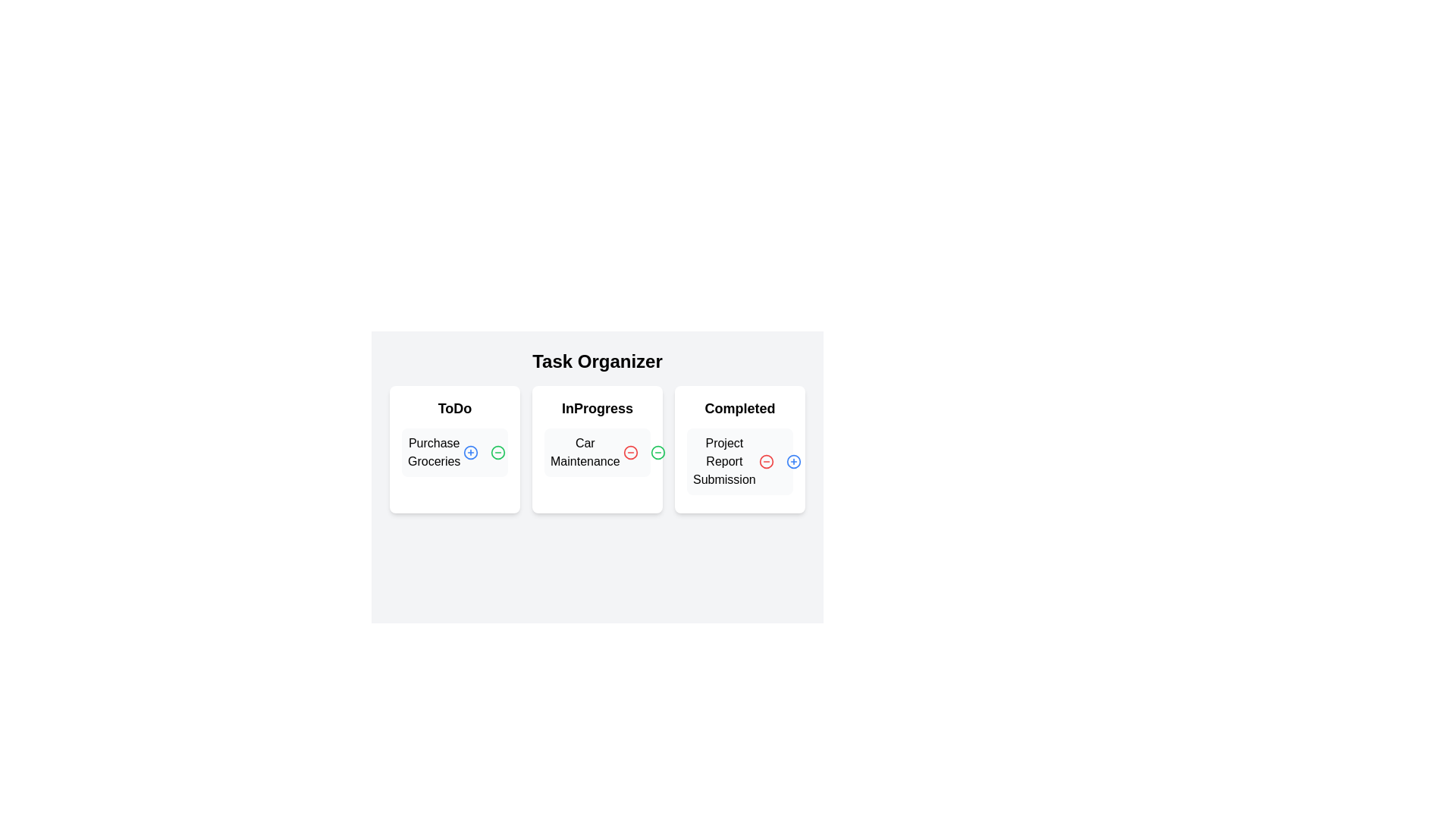 The image size is (1456, 819). What do you see at coordinates (454, 408) in the screenshot?
I see `the category header ToDo to focus on the corresponding category` at bounding box center [454, 408].